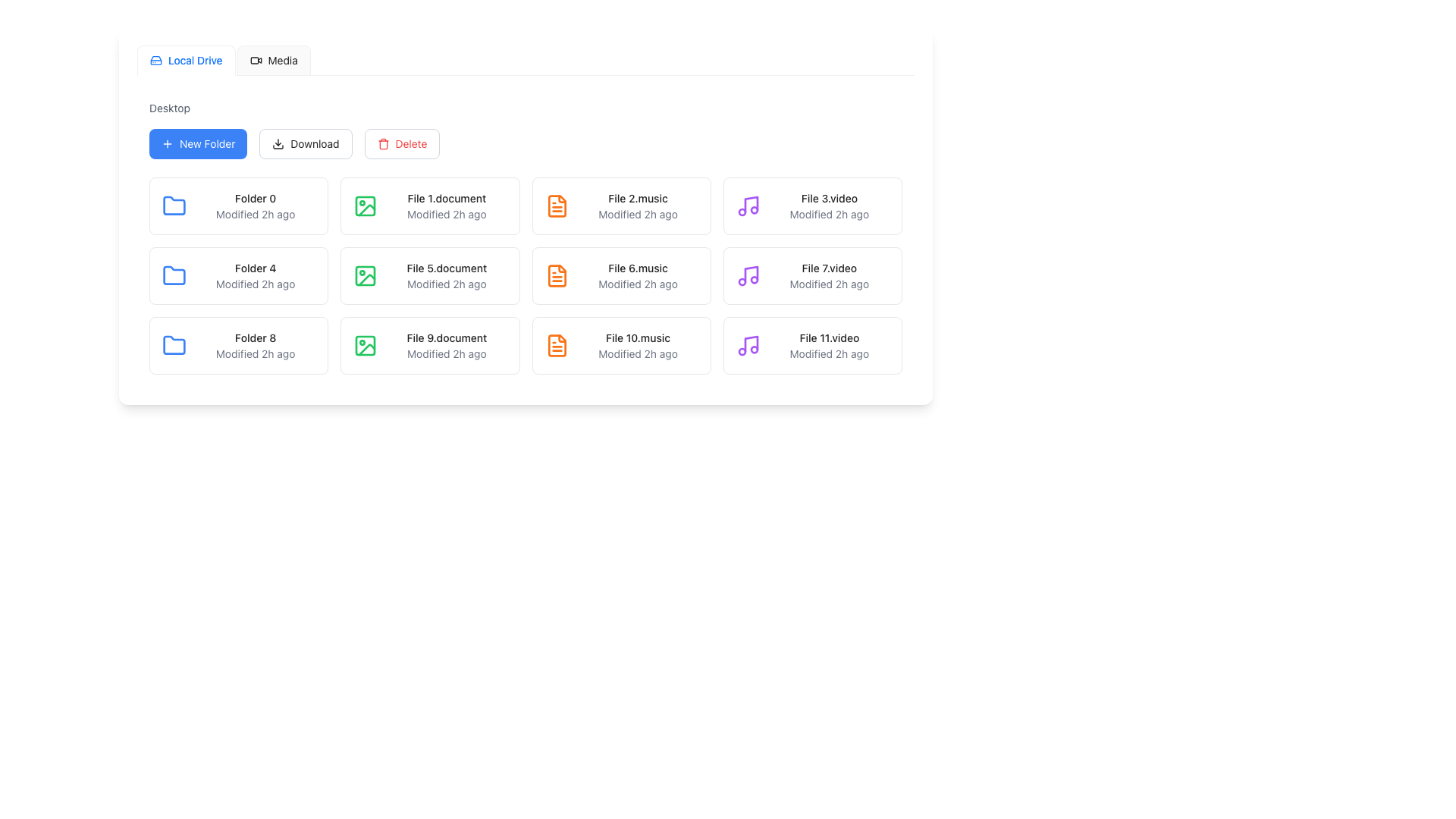 This screenshot has height=819, width=1456. Describe the element at coordinates (283, 60) in the screenshot. I see `the text label displaying 'Media', which is styled with a sans-serif font and located in the upper left navigation area, adjacent to a video camera icon` at that location.